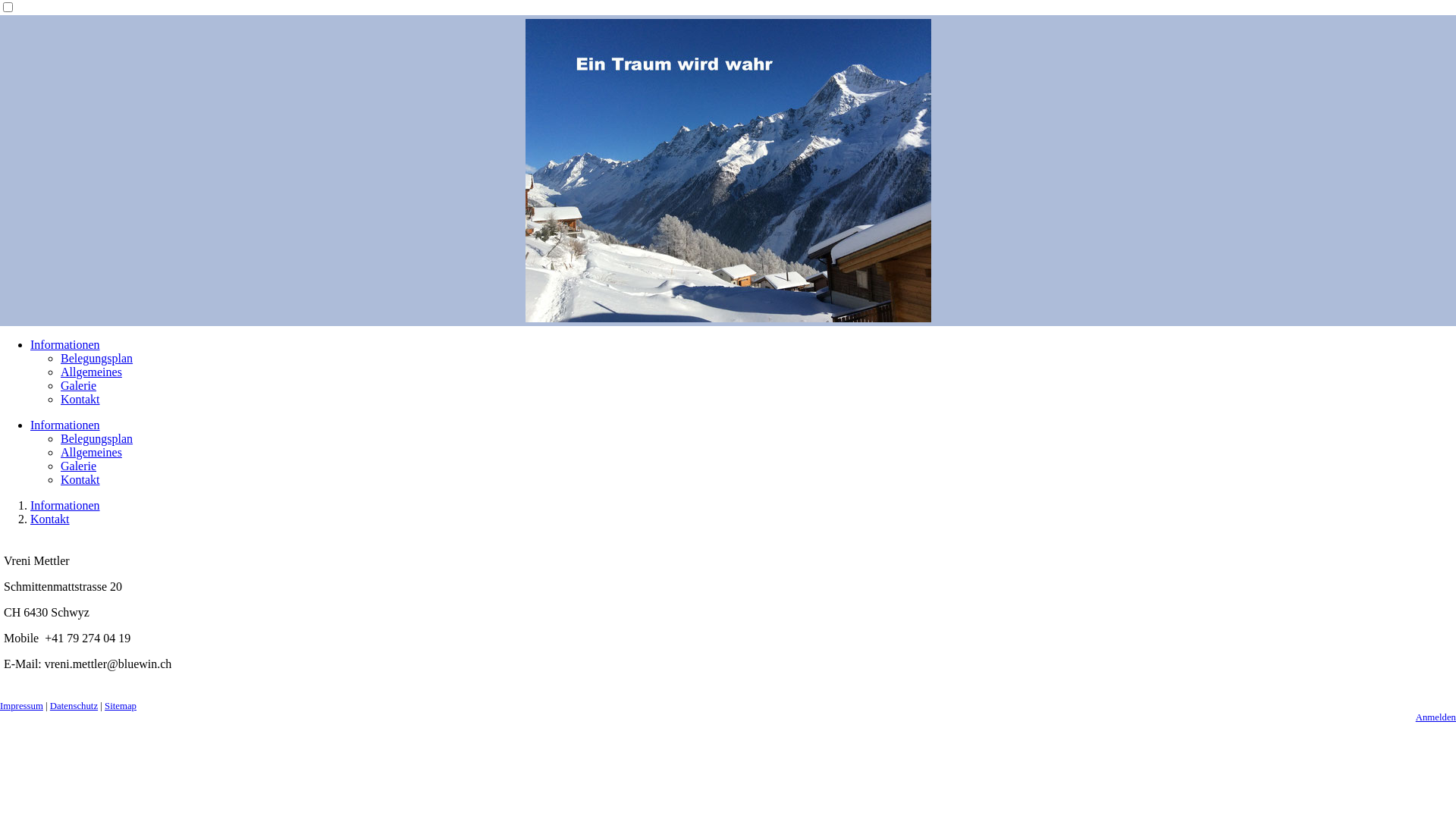 This screenshot has height=819, width=1456. I want to click on 'Galerie', so click(77, 465).